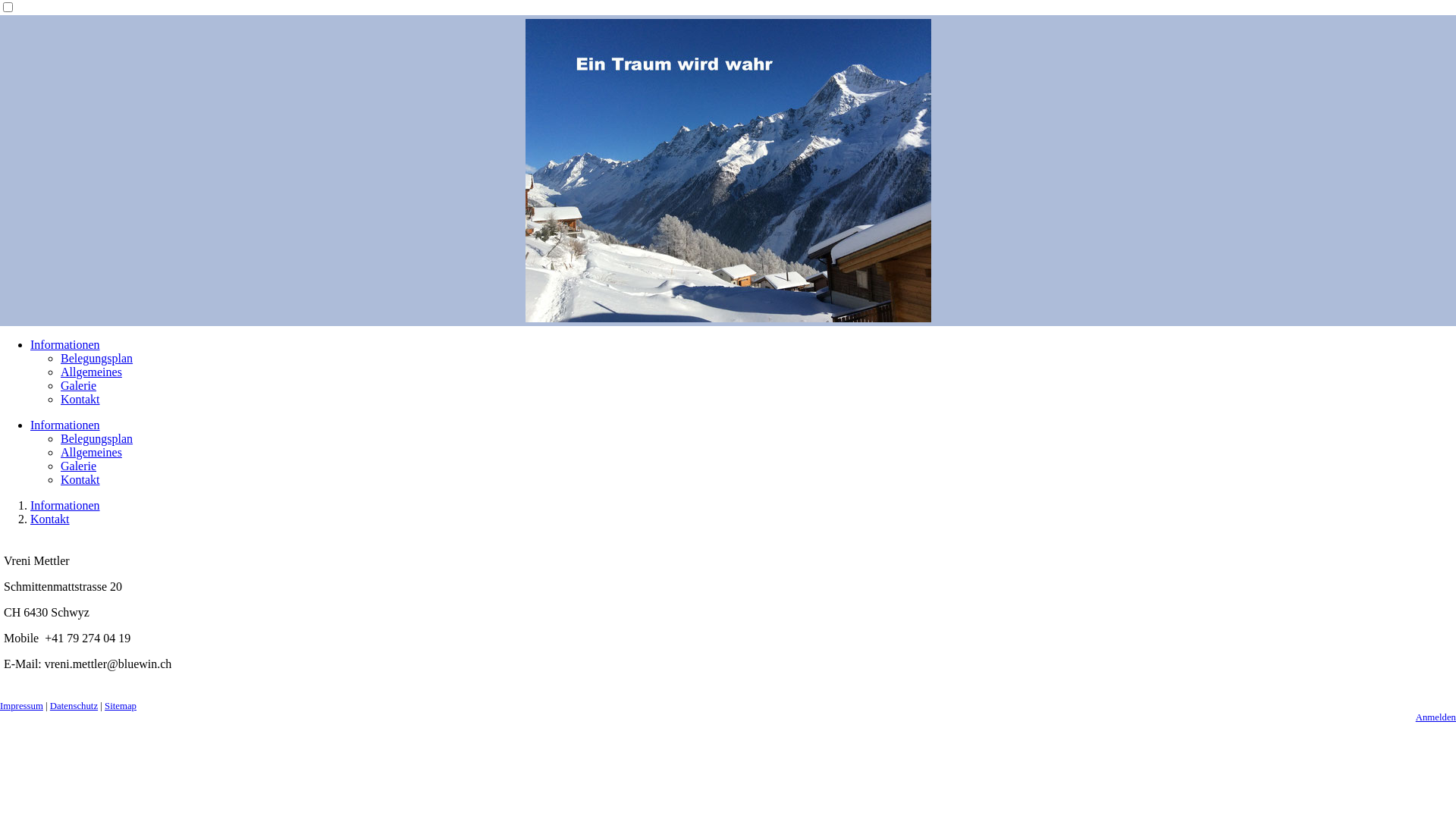 This screenshot has height=819, width=1456. I want to click on 'Galerie', so click(77, 465).